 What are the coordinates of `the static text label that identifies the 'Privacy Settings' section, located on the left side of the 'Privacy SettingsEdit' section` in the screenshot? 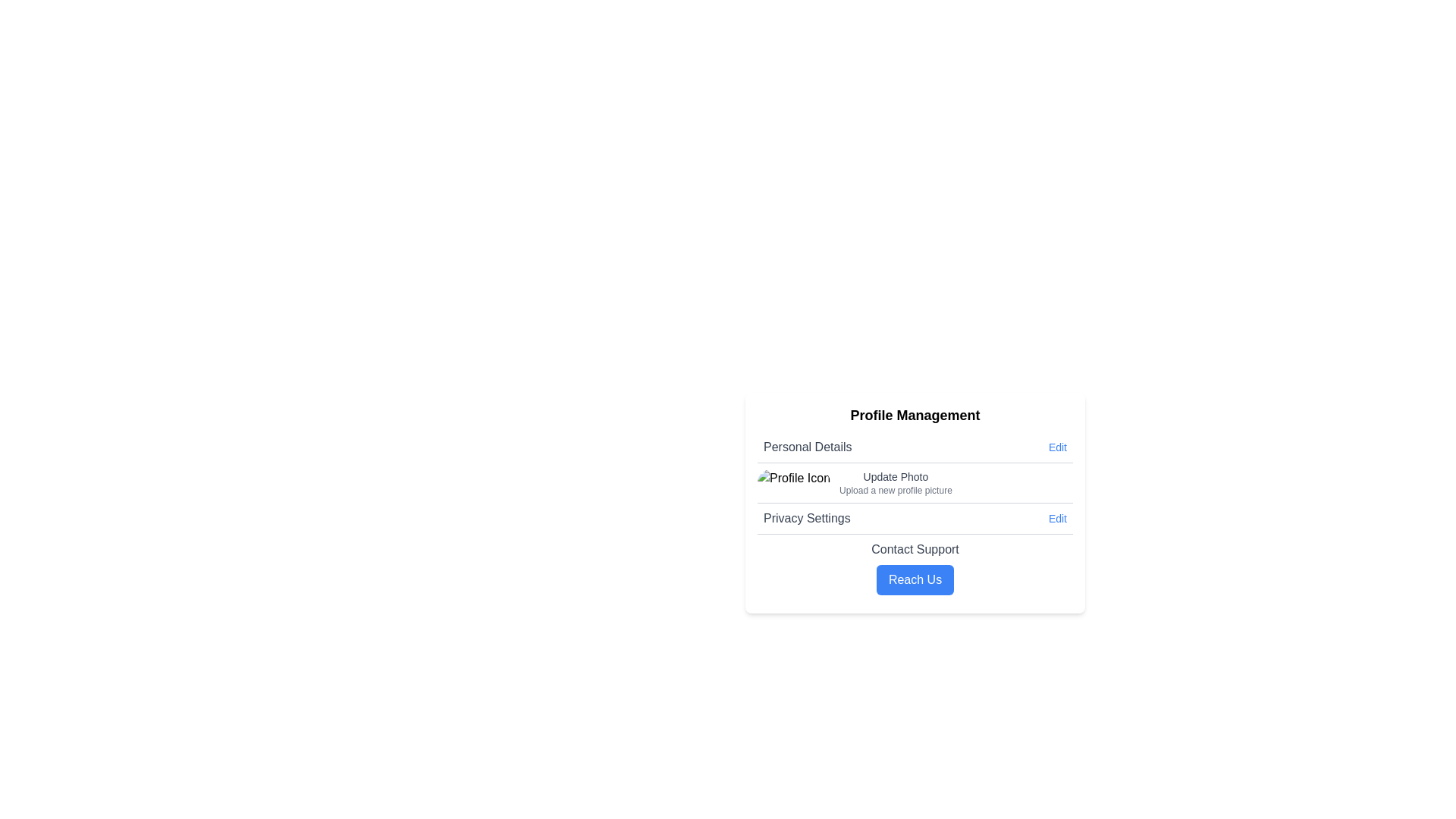 It's located at (806, 517).